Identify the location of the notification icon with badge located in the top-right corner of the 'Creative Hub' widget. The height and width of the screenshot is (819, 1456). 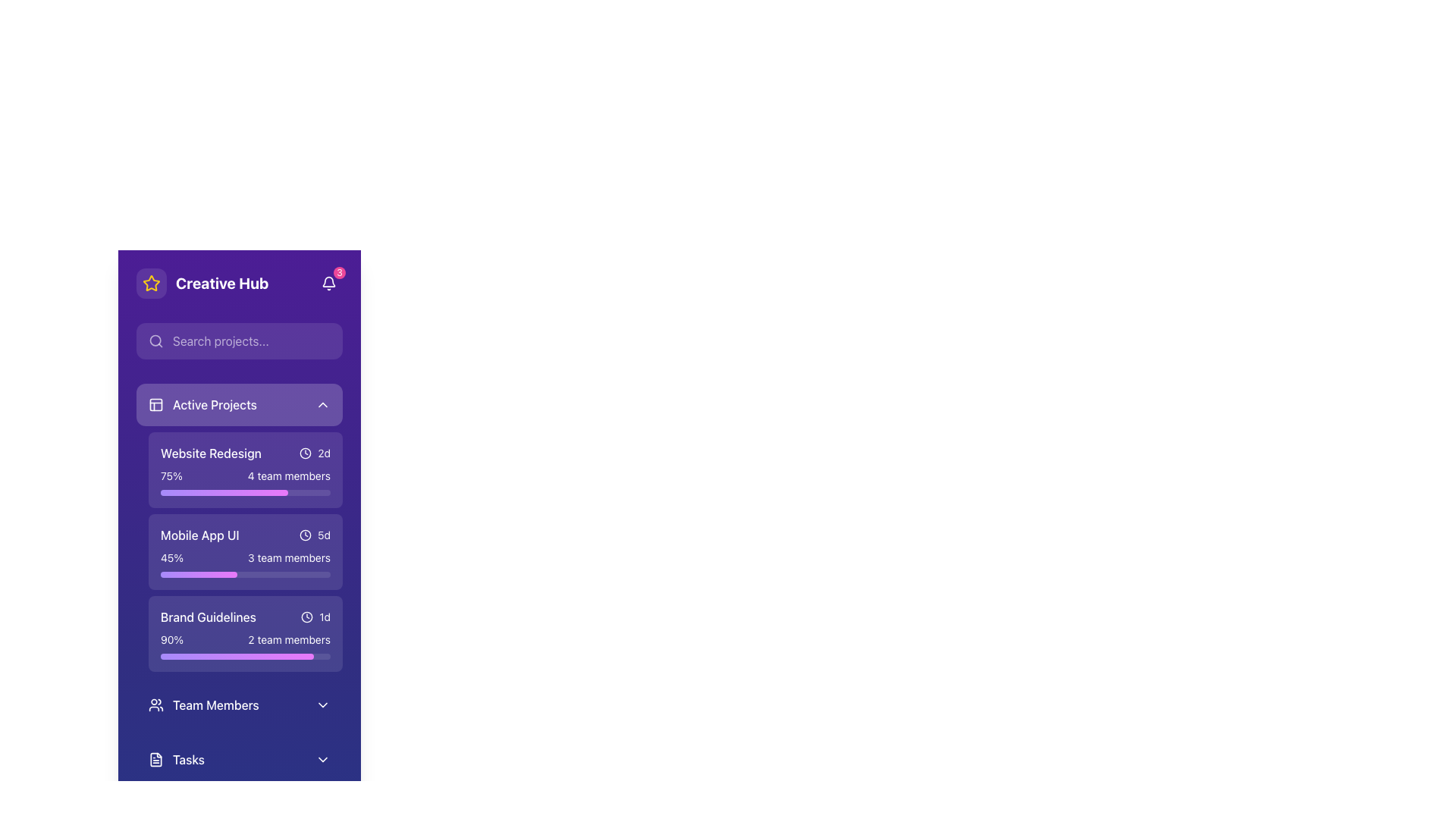
(328, 284).